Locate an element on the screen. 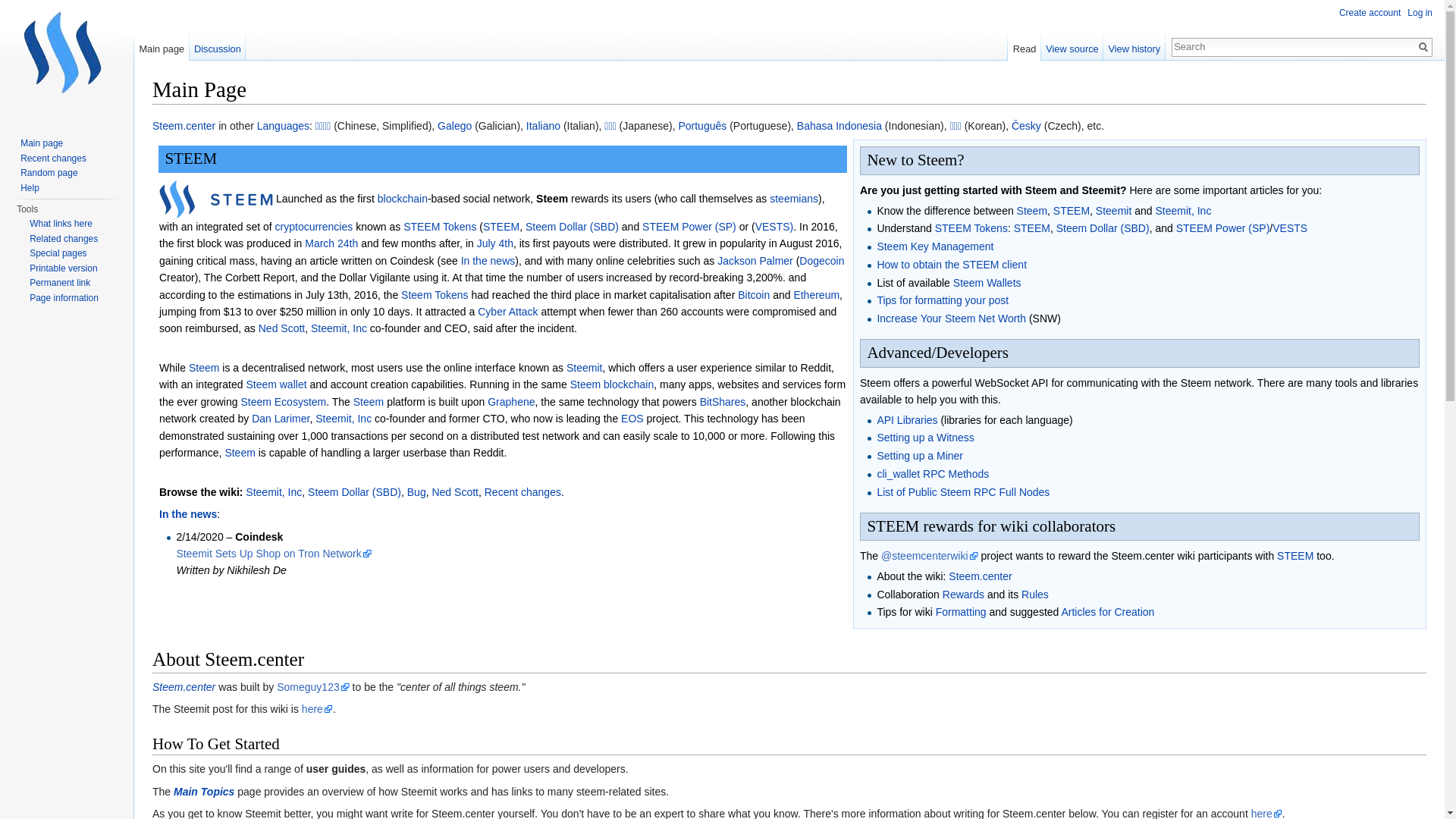 The height and width of the screenshot is (819, 1456). 'cli_wallet RPC Methods' is located at coordinates (931, 472).